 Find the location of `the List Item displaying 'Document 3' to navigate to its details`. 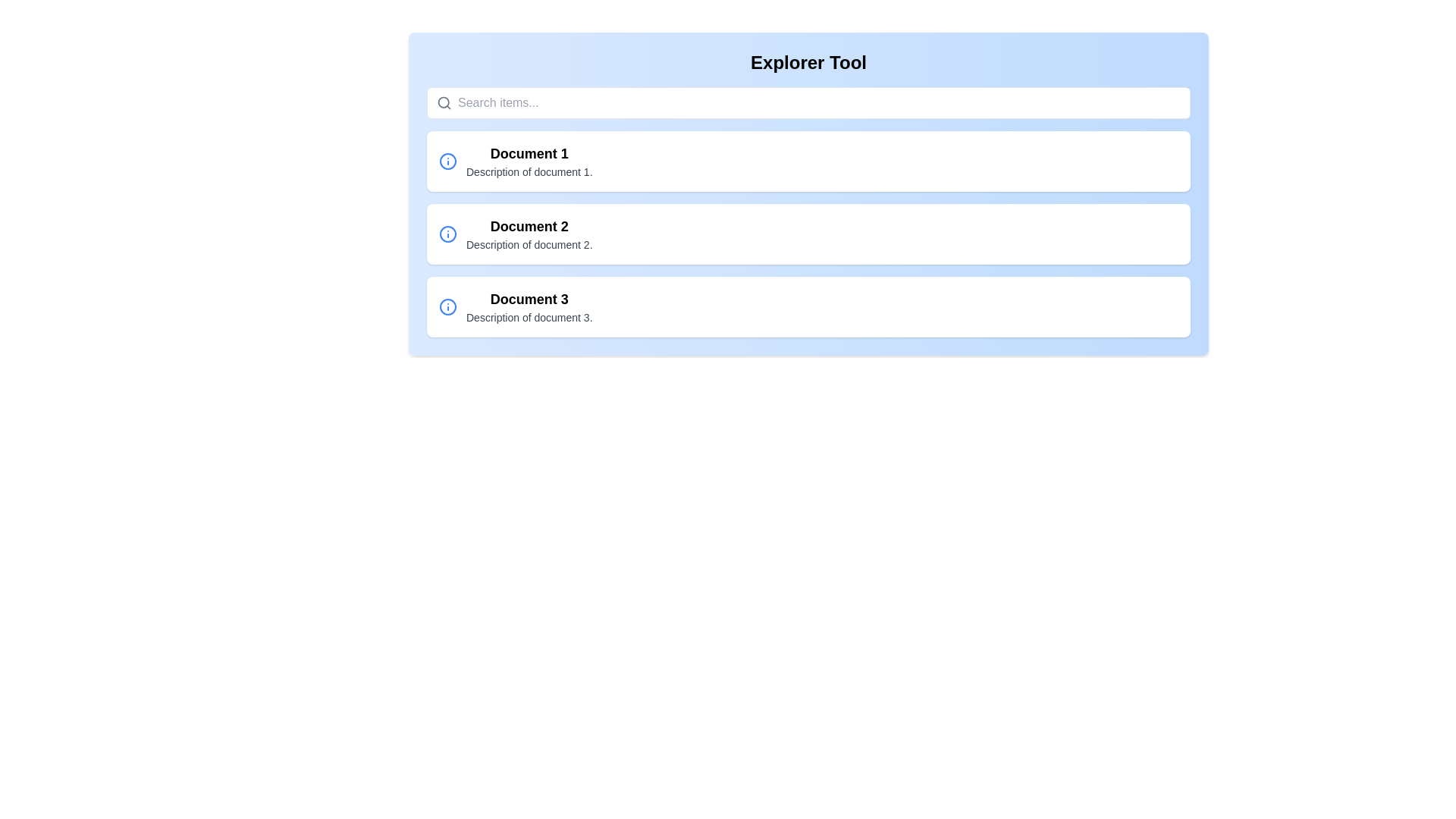

the List Item displaying 'Document 3' to navigate to its details is located at coordinates (808, 307).